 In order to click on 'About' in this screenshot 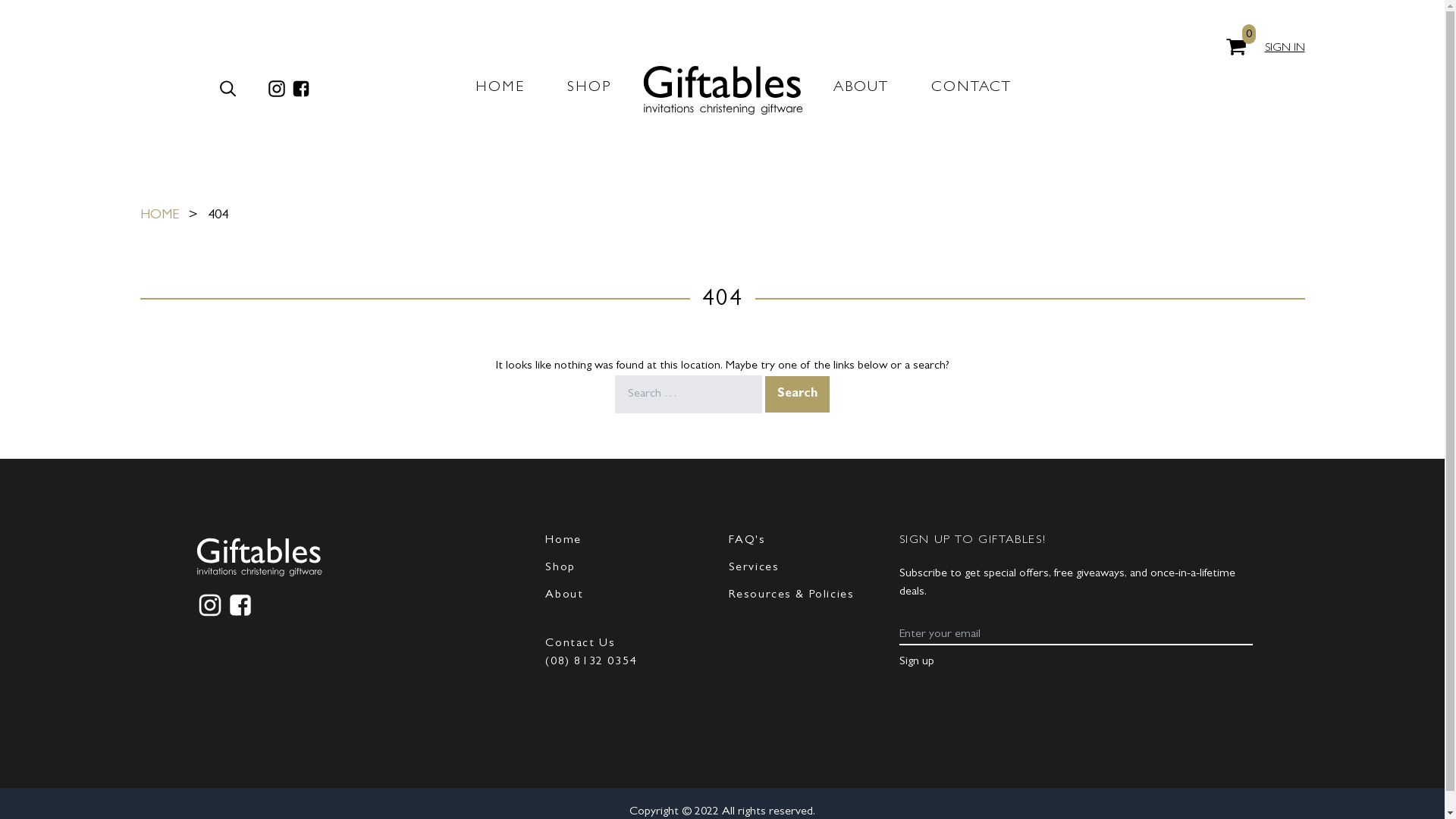, I will do `click(563, 595)`.